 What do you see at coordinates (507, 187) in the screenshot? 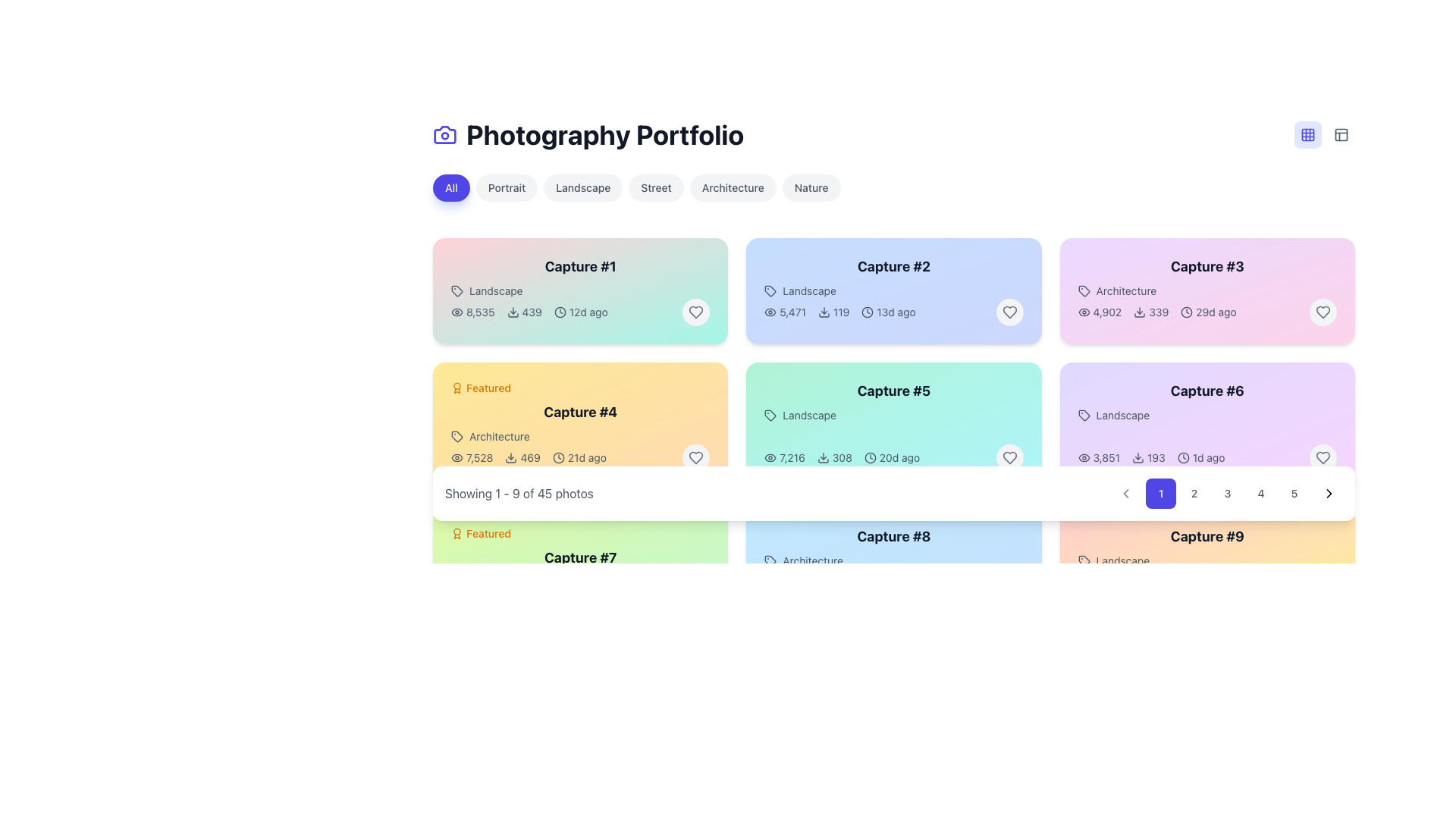
I see `the 'Portrait' button, which is a rectangular button with a light-gray background and dark-gray text, to filter content by the 'Portrait' tag` at bounding box center [507, 187].